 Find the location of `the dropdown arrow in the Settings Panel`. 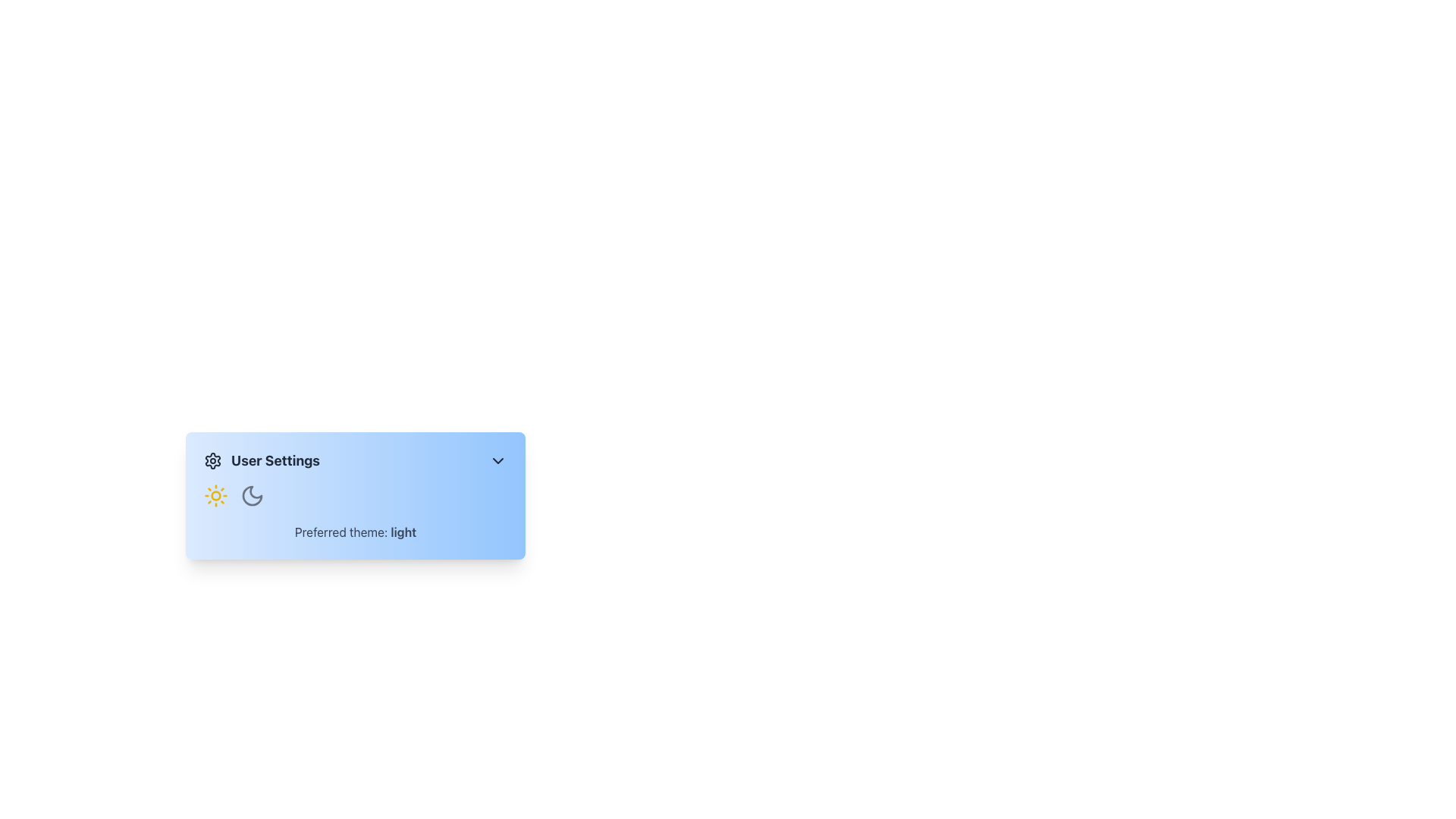

the dropdown arrow in the Settings Panel is located at coordinates (355, 564).